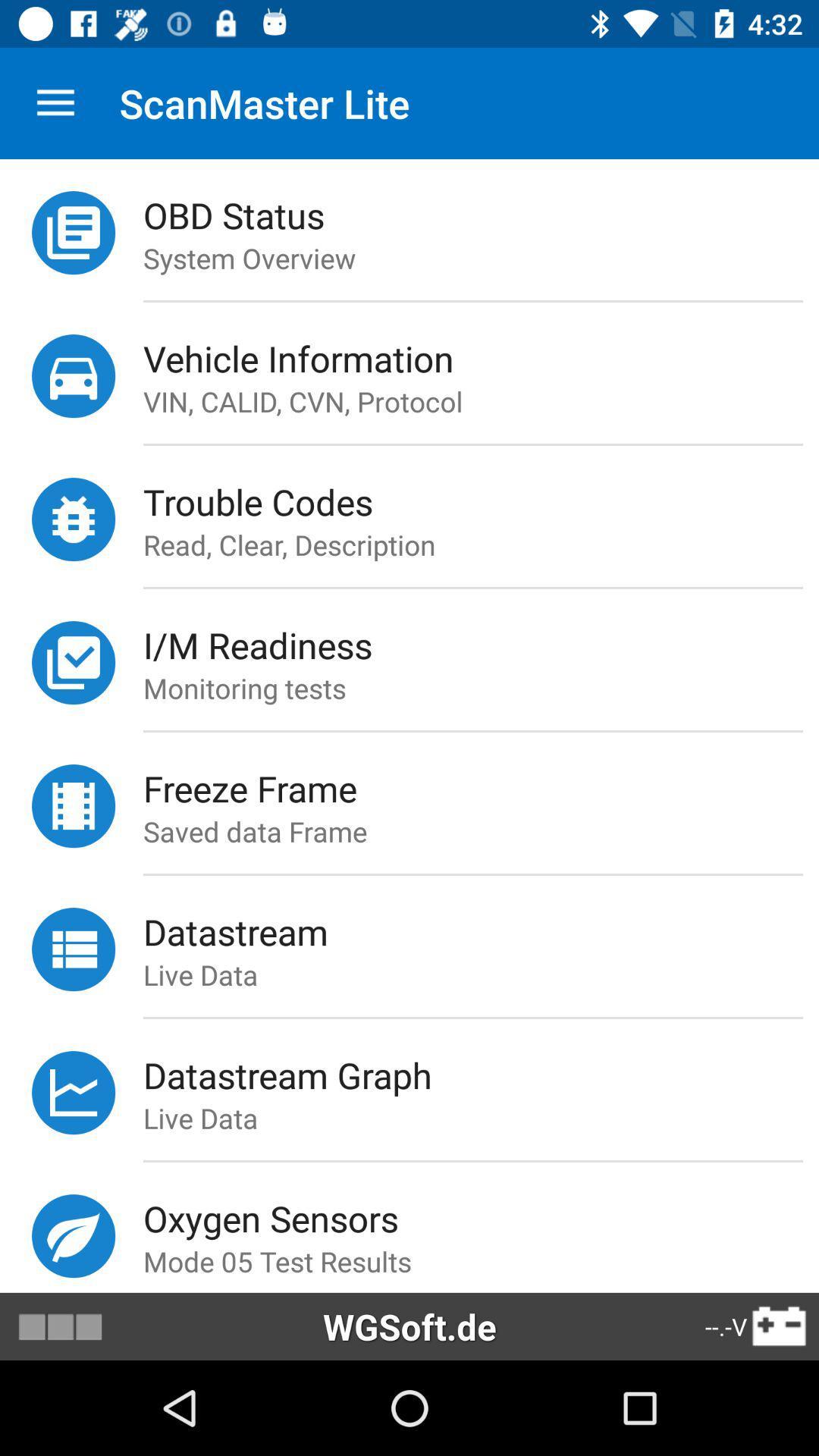 The height and width of the screenshot is (1456, 819). I want to click on app to the left of the scanmaster lite item, so click(55, 102).